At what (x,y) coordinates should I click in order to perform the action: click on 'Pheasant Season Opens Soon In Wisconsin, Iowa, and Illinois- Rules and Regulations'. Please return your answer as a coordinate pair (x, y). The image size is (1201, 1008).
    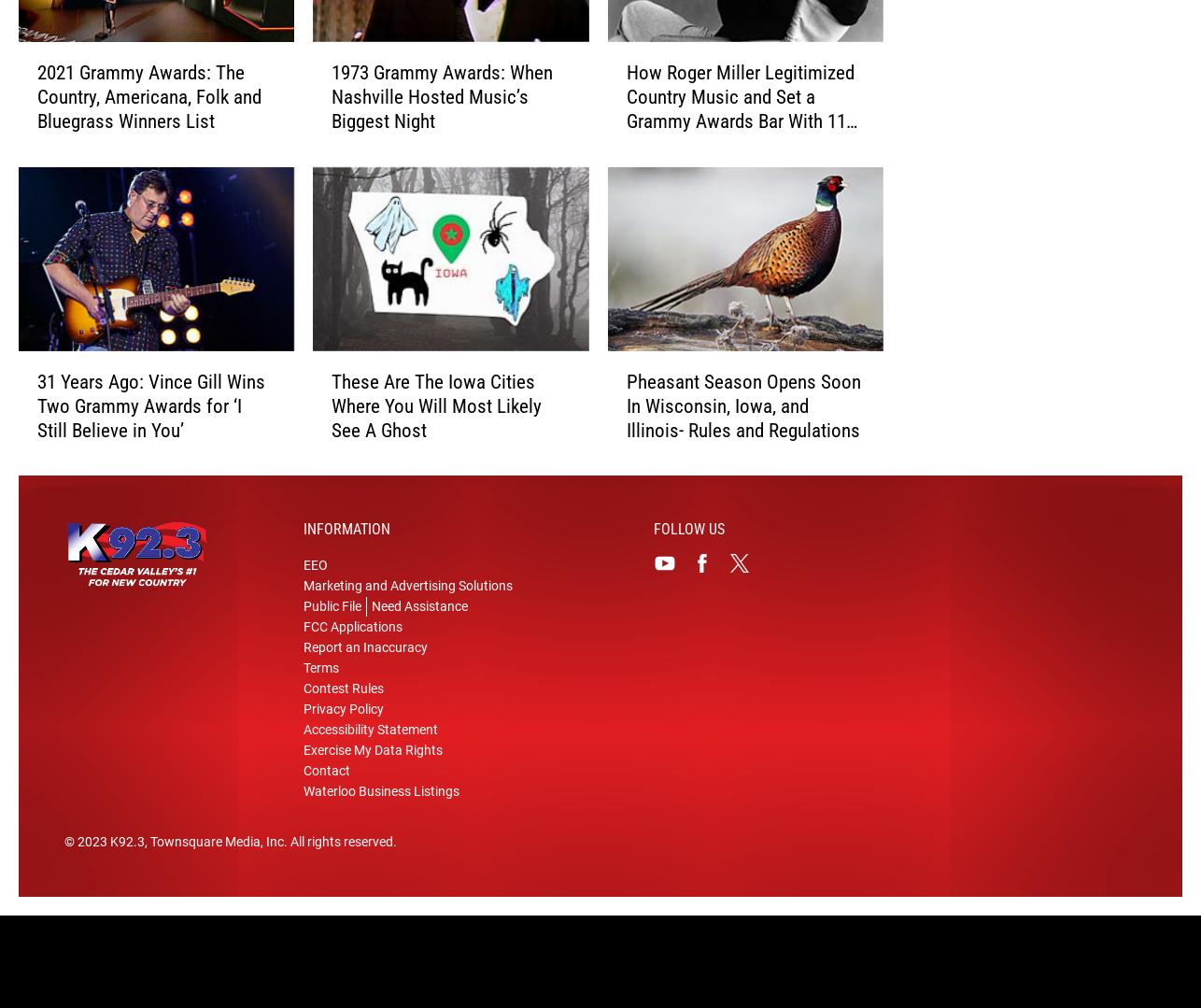
    Looking at the image, I should click on (742, 434).